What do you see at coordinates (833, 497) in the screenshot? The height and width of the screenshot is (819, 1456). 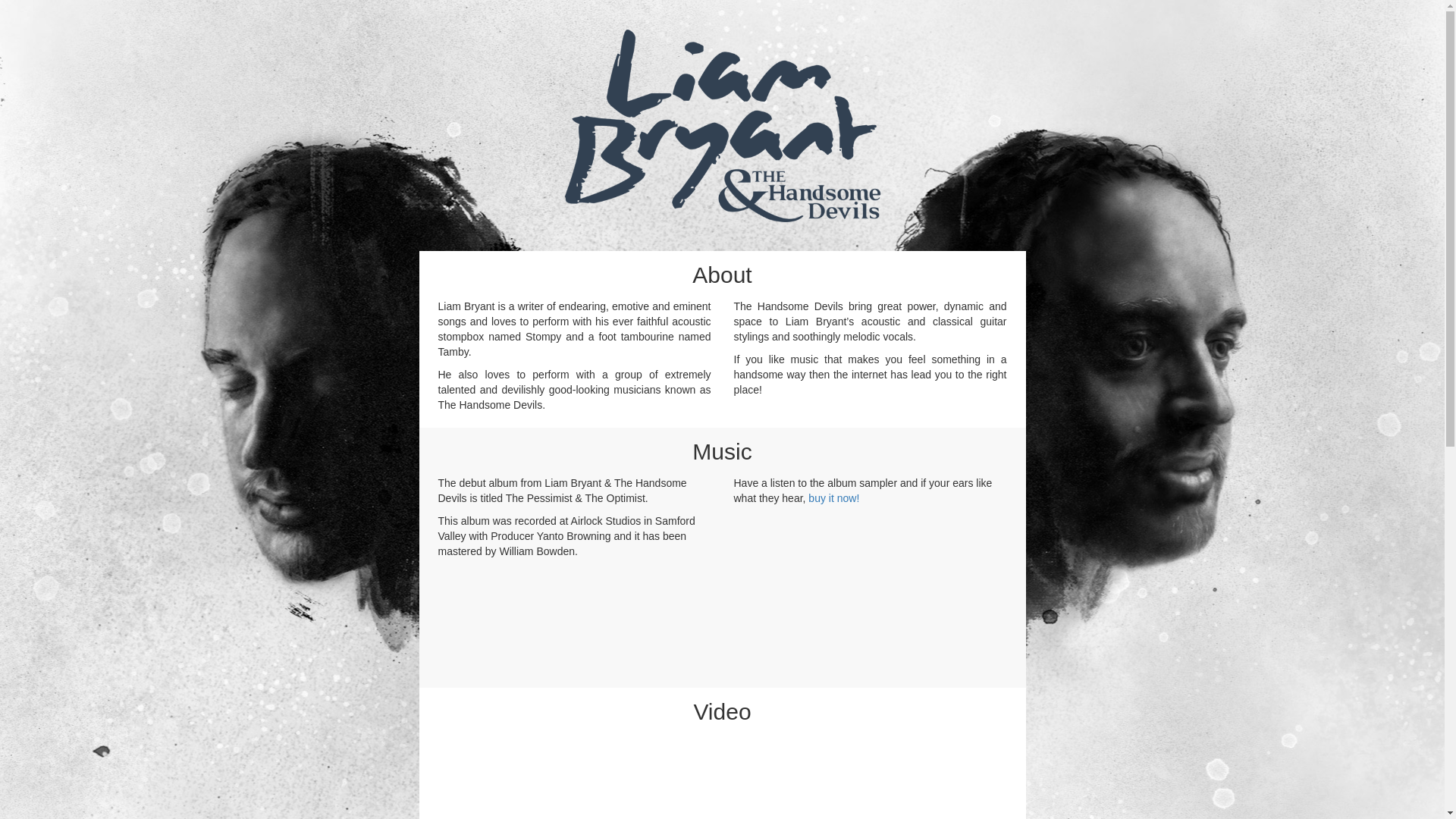 I see `'buy it now!'` at bounding box center [833, 497].